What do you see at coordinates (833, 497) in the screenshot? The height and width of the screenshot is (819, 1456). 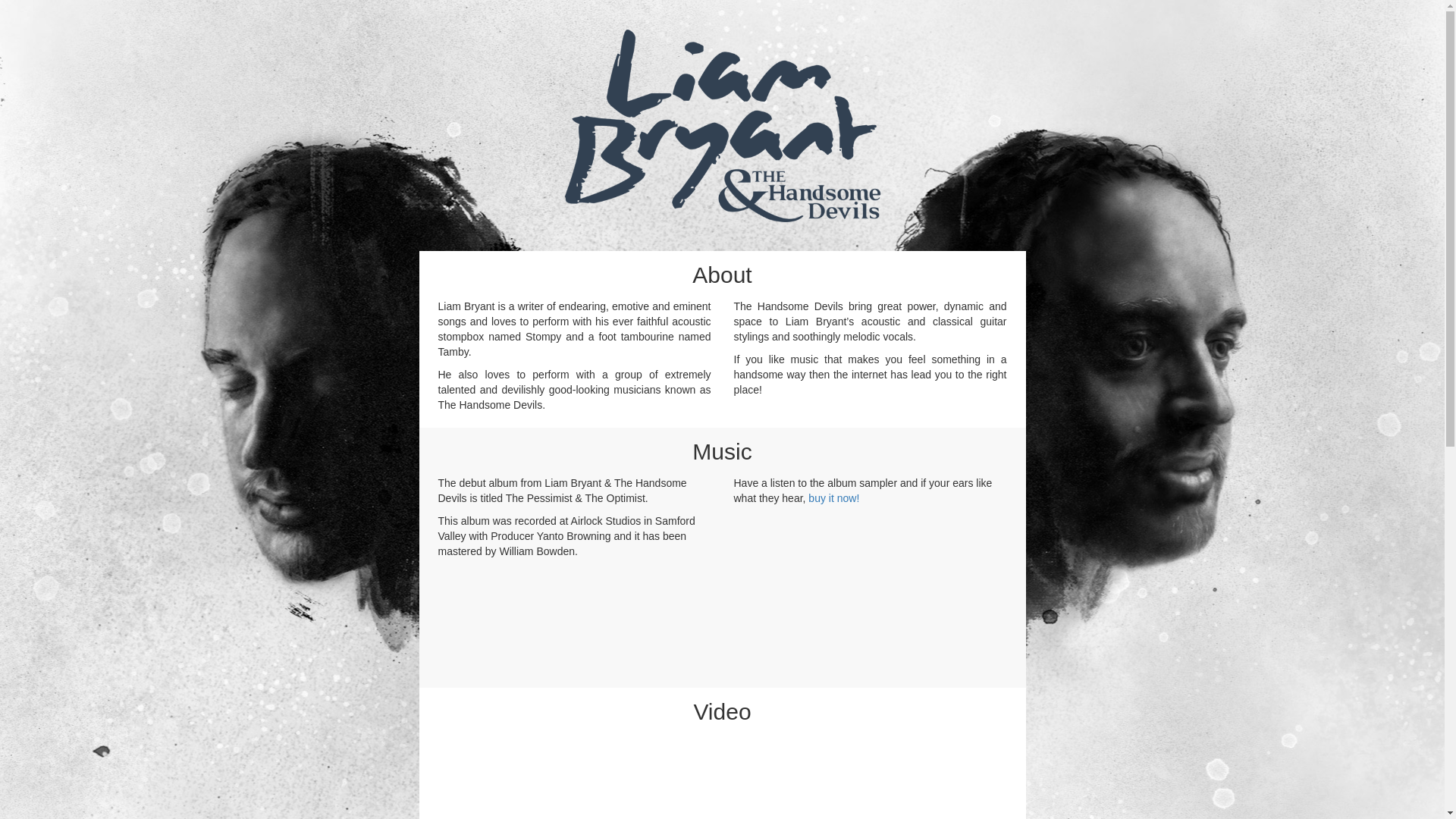 I see `'buy it now!'` at bounding box center [833, 497].